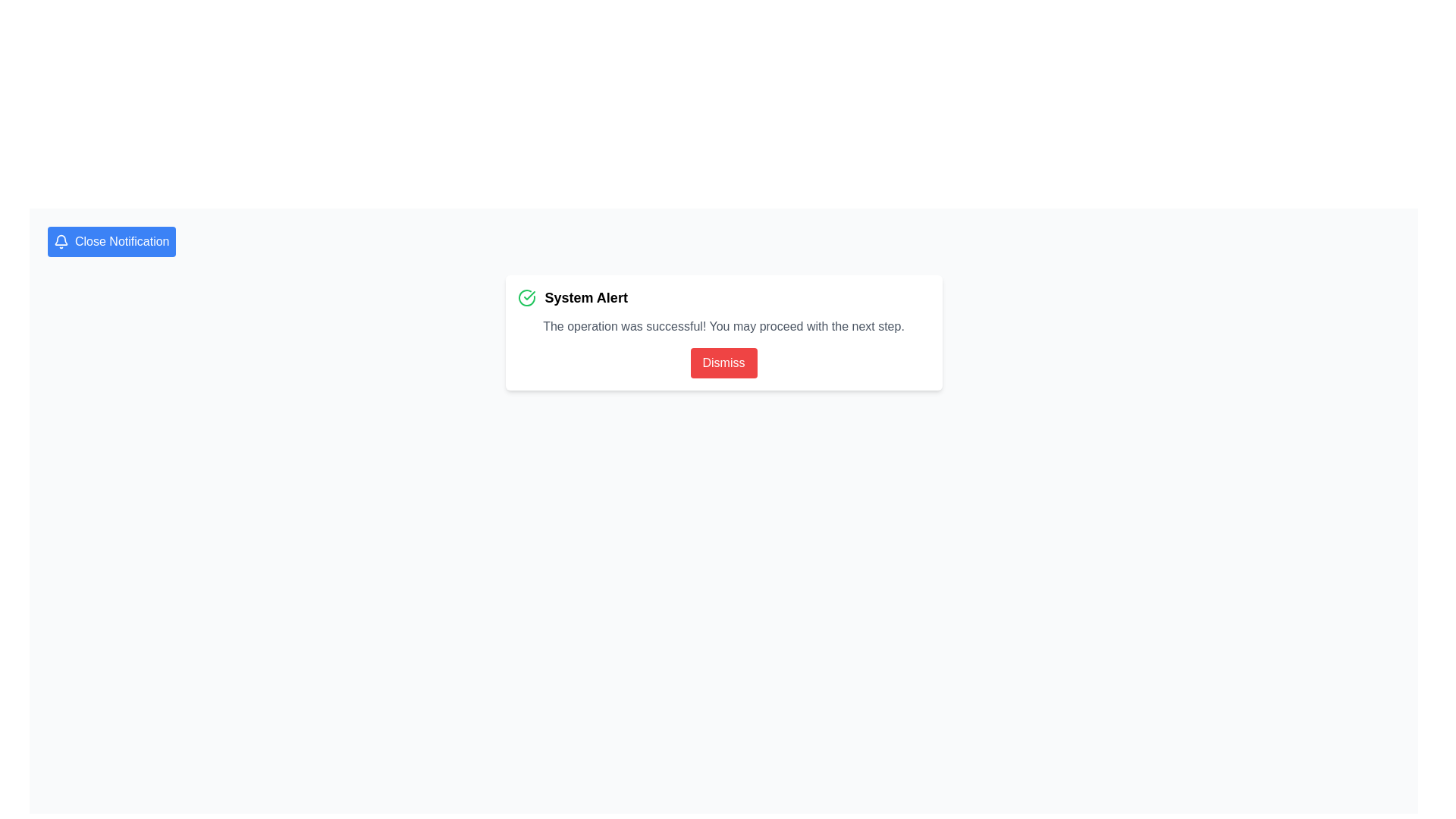 This screenshot has width=1456, height=819. What do you see at coordinates (61, 241) in the screenshot?
I see `the bell icon styled in a white outline on a blue background, which indicates notifications, located to the left of the 'Close Notification' text` at bounding box center [61, 241].